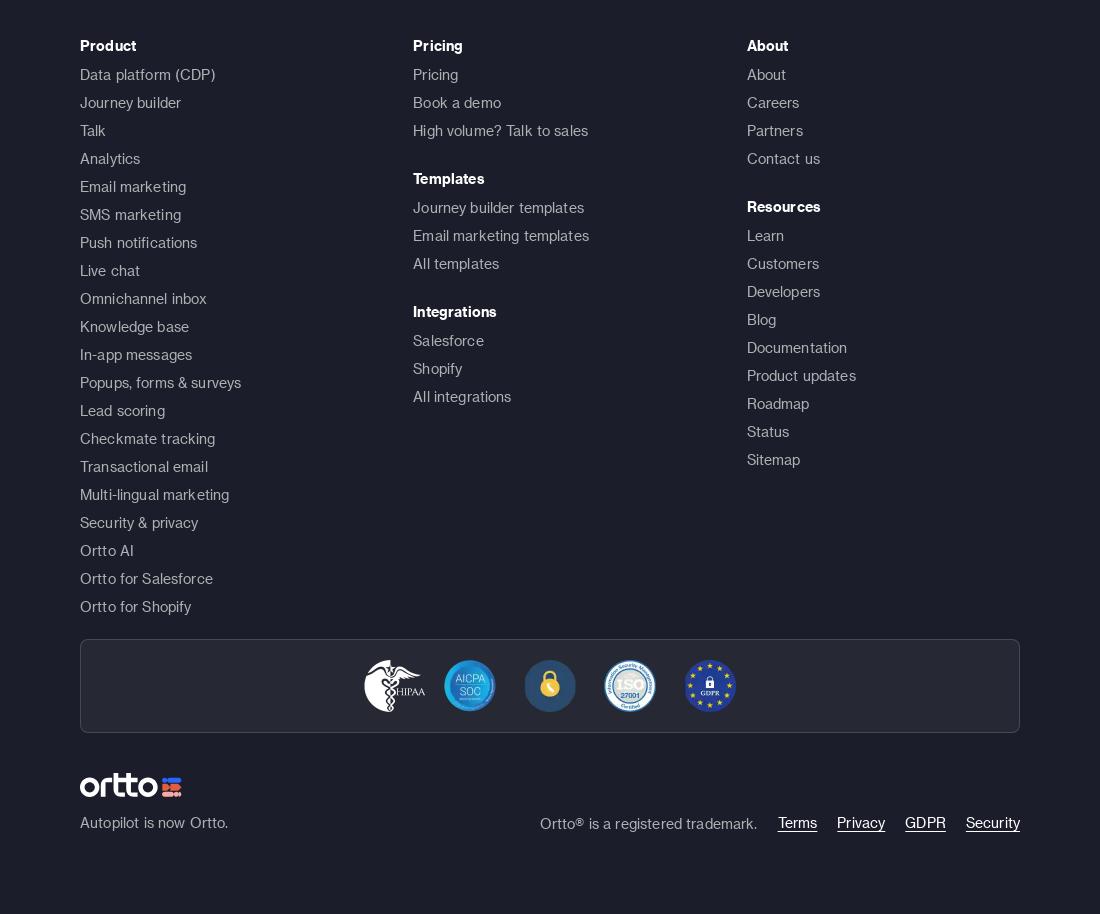 This screenshot has height=914, width=1100. Describe the element at coordinates (107, 549) in the screenshot. I see `'Ortto AI'` at that location.